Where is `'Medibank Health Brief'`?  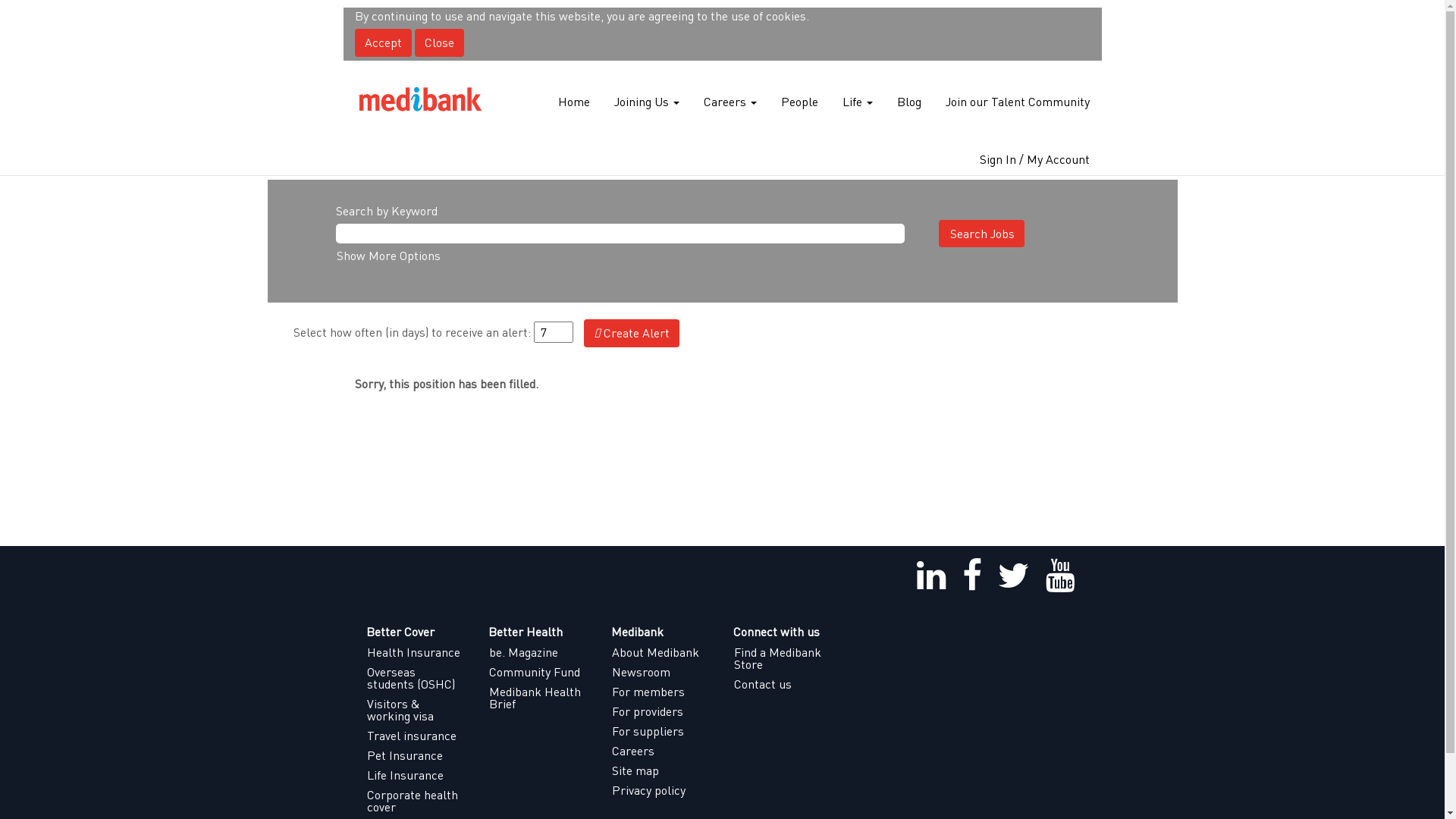
'Medibank Health Brief' is located at coordinates (538, 698).